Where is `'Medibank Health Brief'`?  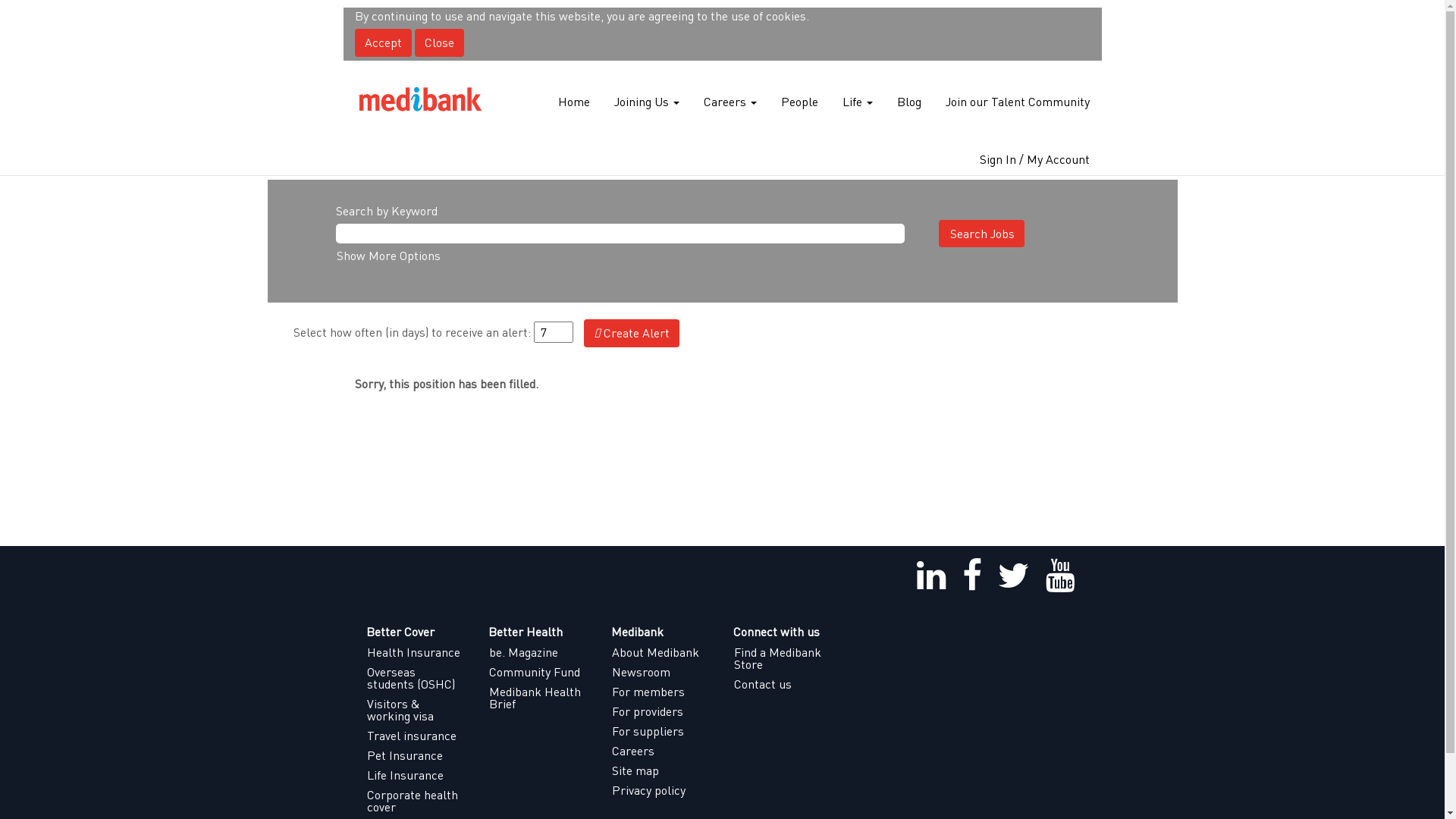
'Medibank Health Brief' is located at coordinates (538, 698).